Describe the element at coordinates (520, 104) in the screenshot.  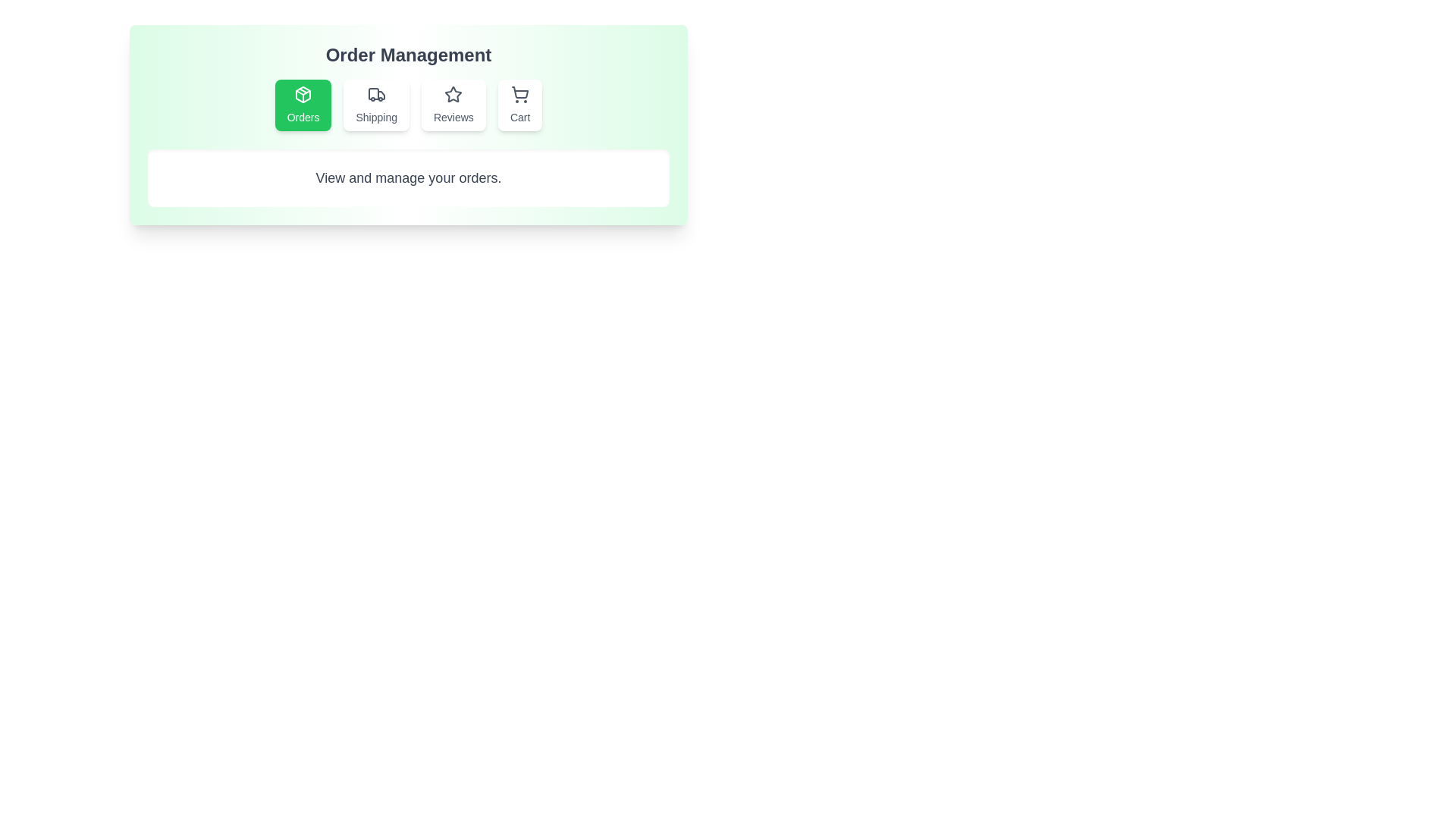
I see `the vertically aligned button with a shopping cart icon and 'Cart' text` at that location.